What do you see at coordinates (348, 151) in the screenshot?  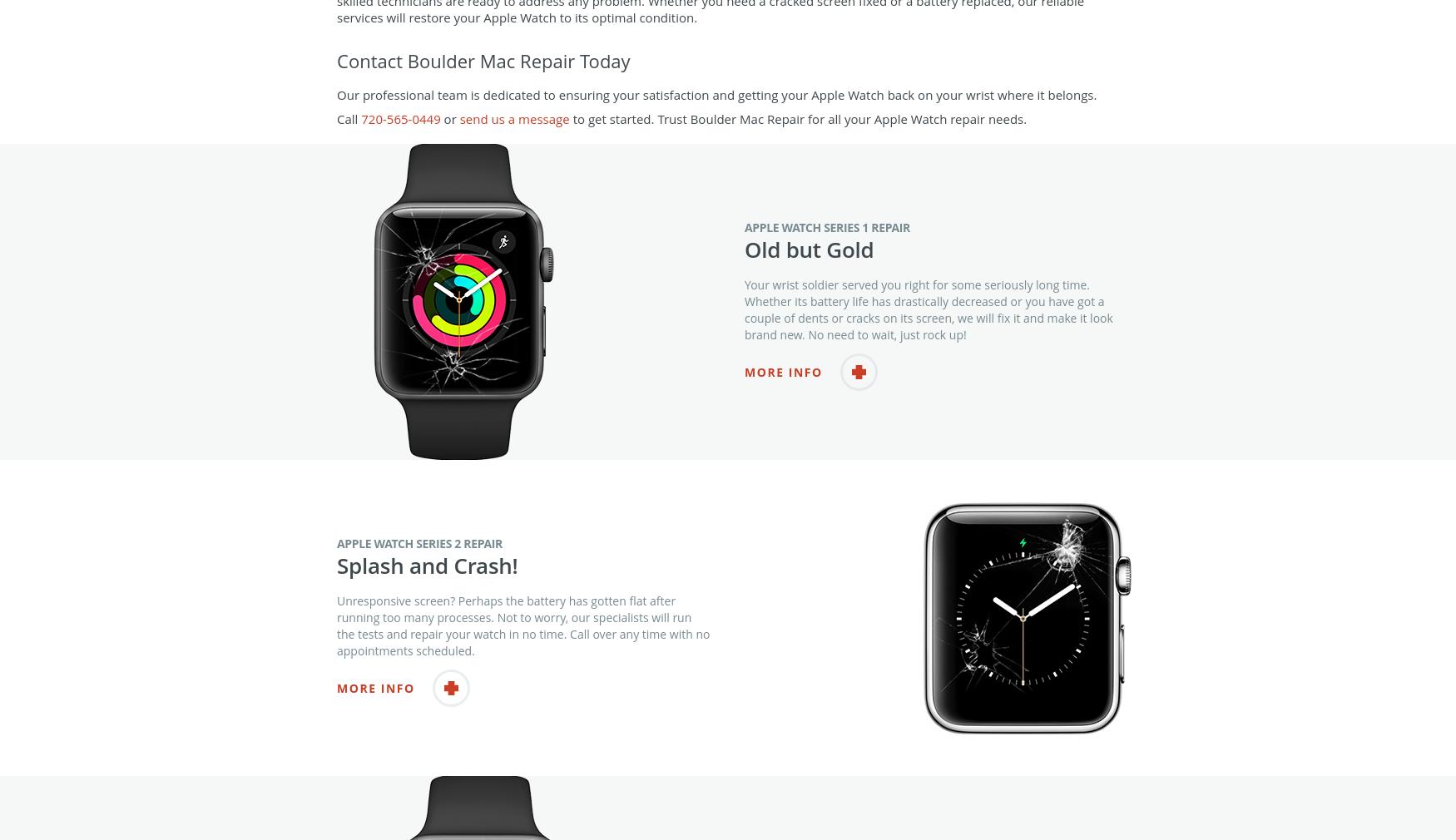 I see `'Call'` at bounding box center [348, 151].